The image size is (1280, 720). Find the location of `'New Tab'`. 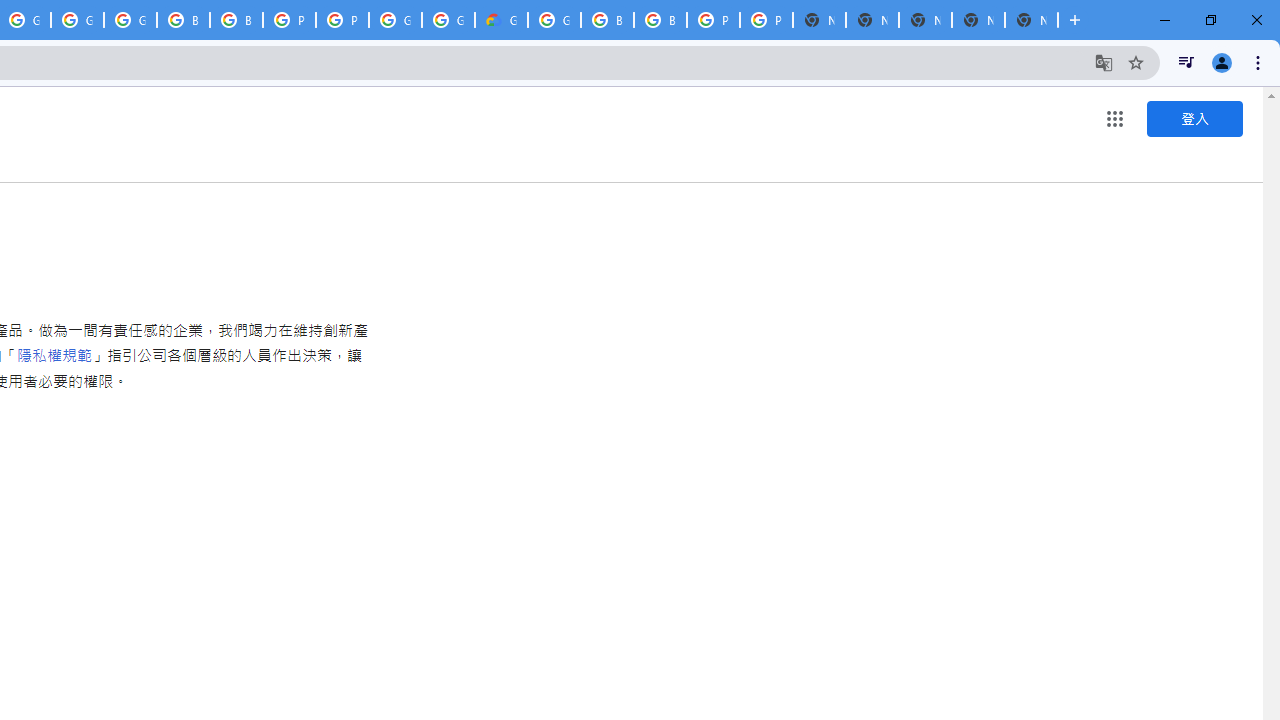

'New Tab' is located at coordinates (1031, 20).